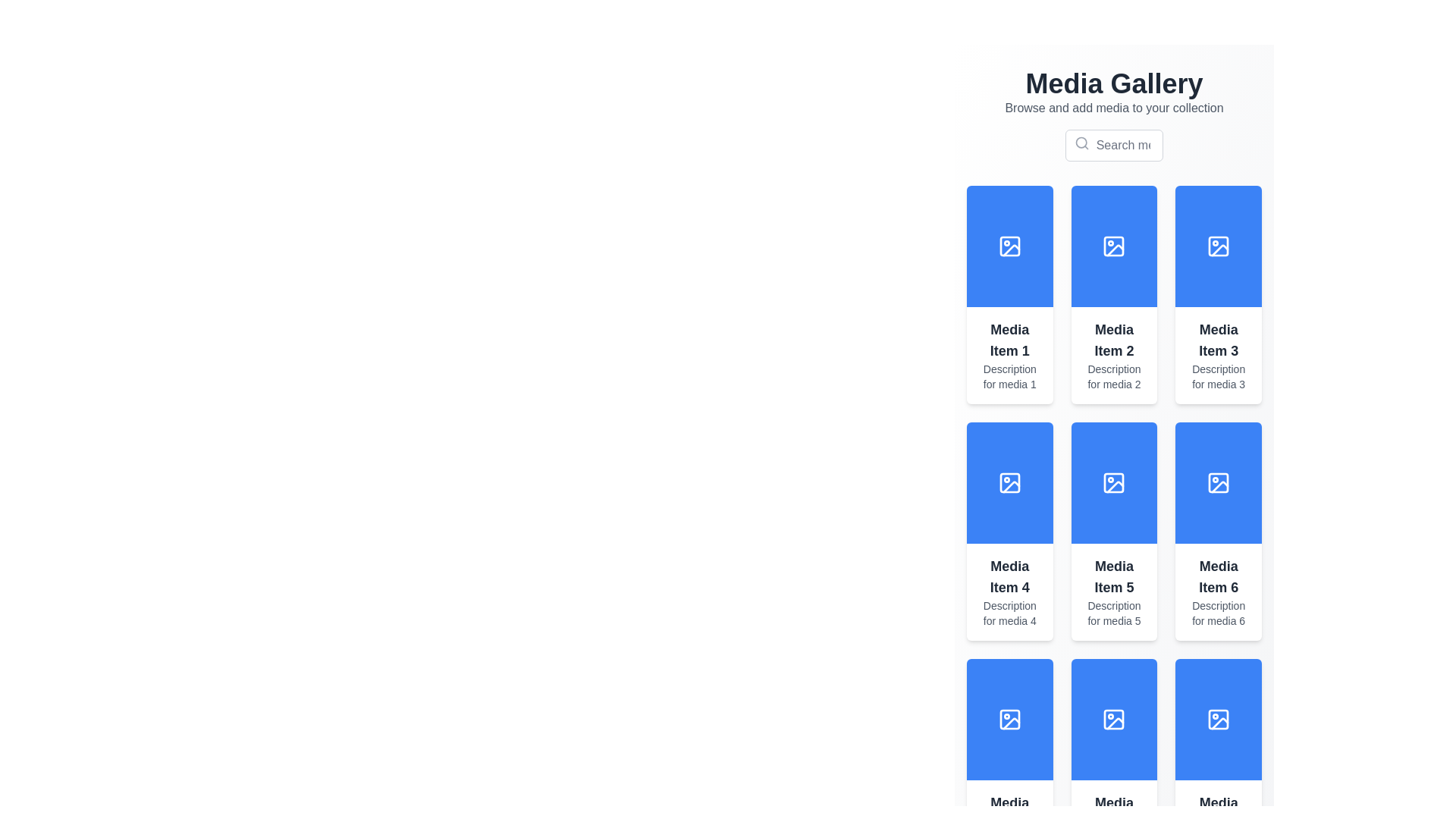 This screenshot has width=1456, height=819. Describe the element at coordinates (1219, 245) in the screenshot. I see `the decorative element with a blue background and white minimalist image representation, located in the first row, third column of media items, above 'Media Item 3' and its description` at that location.